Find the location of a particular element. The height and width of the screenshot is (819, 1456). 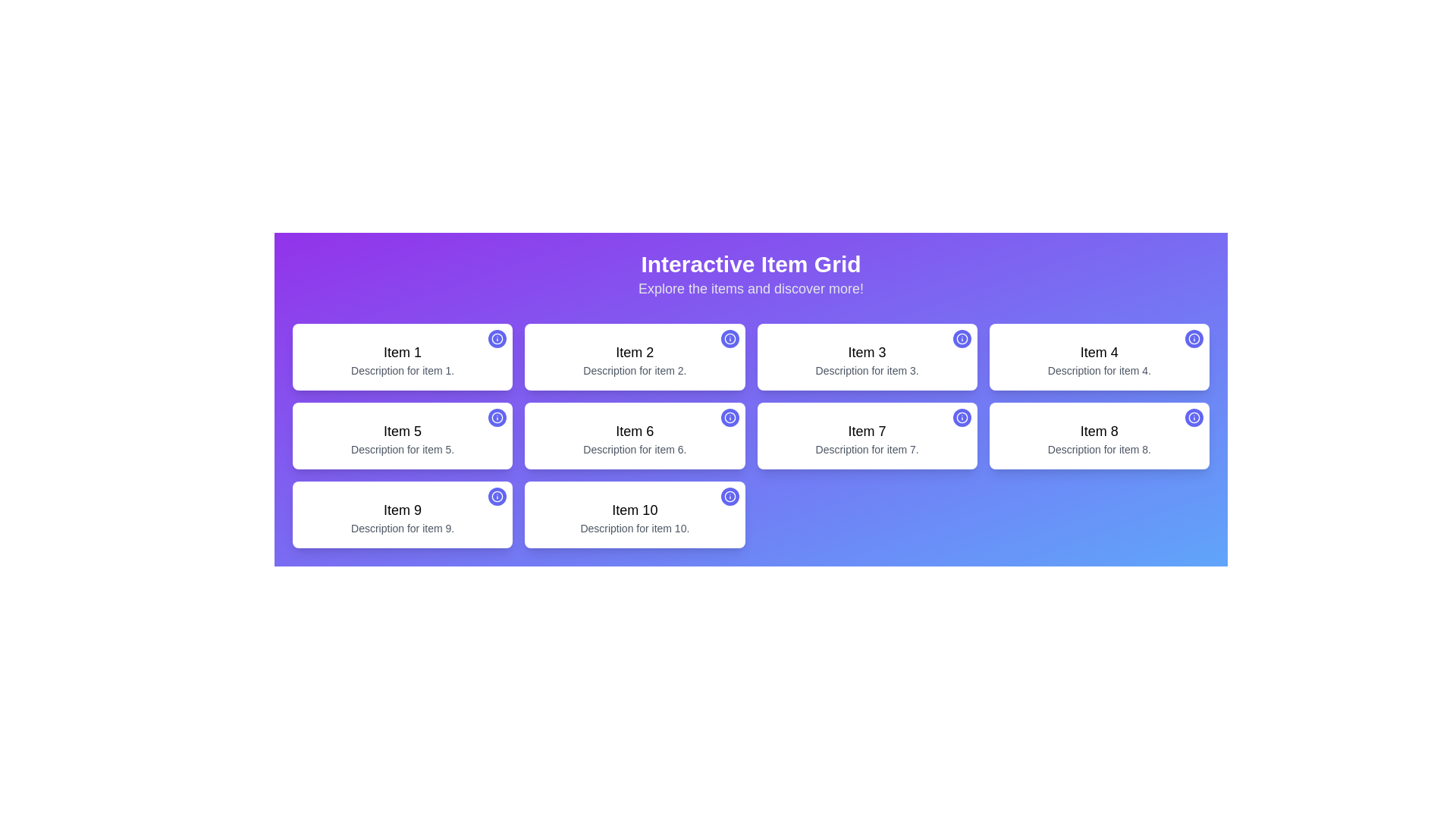

the circular indigo button with white text and an info icon located in the top-right corner of the card labeled 'Item 9' is located at coordinates (497, 497).